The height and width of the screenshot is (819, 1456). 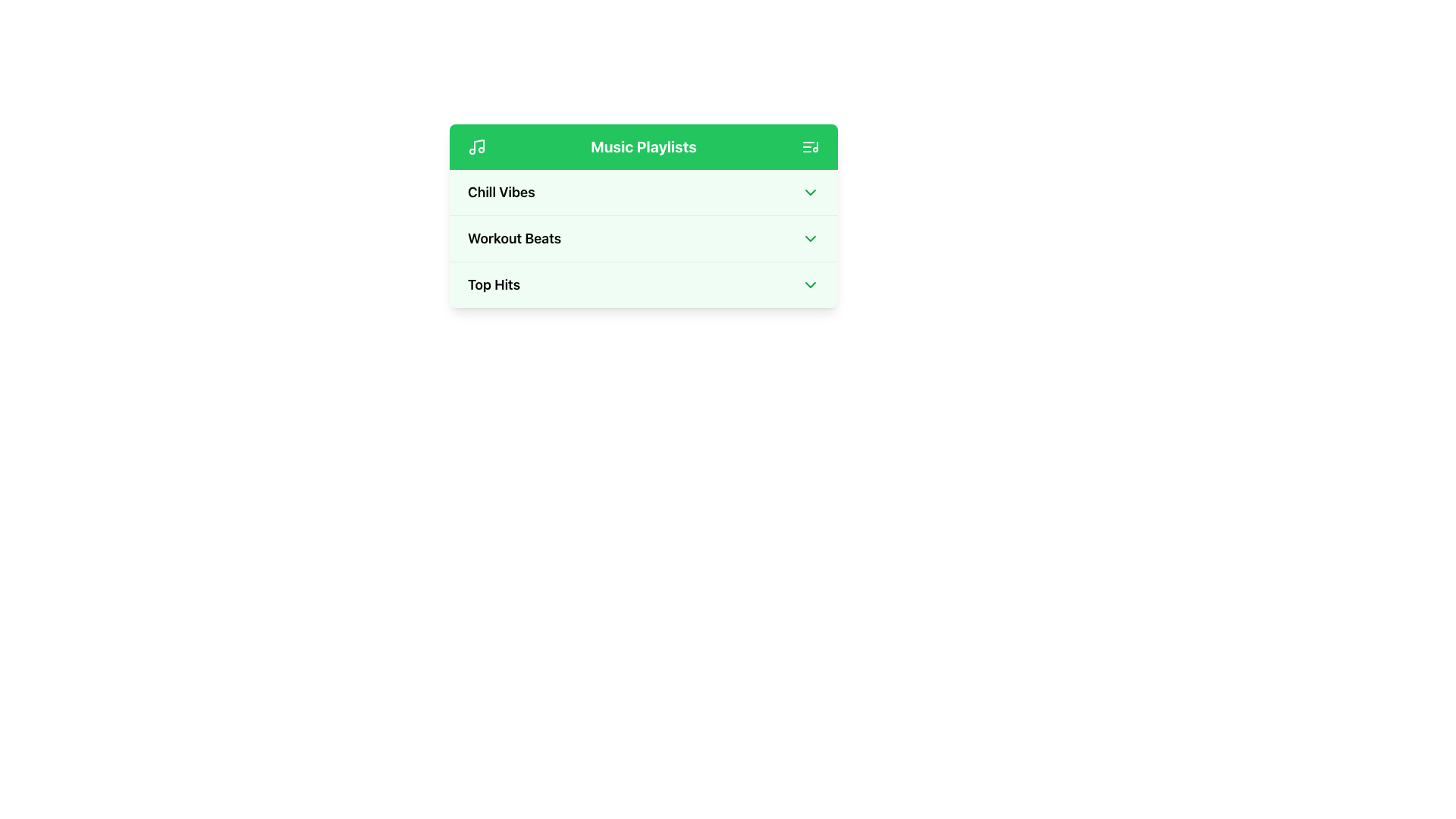 I want to click on the musical note icon, which is styled in a minimalist design and located on the left edge of the green header bar of the 'Music Playlists' section, before the text 'Music Playlists', so click(x=475, y=146).